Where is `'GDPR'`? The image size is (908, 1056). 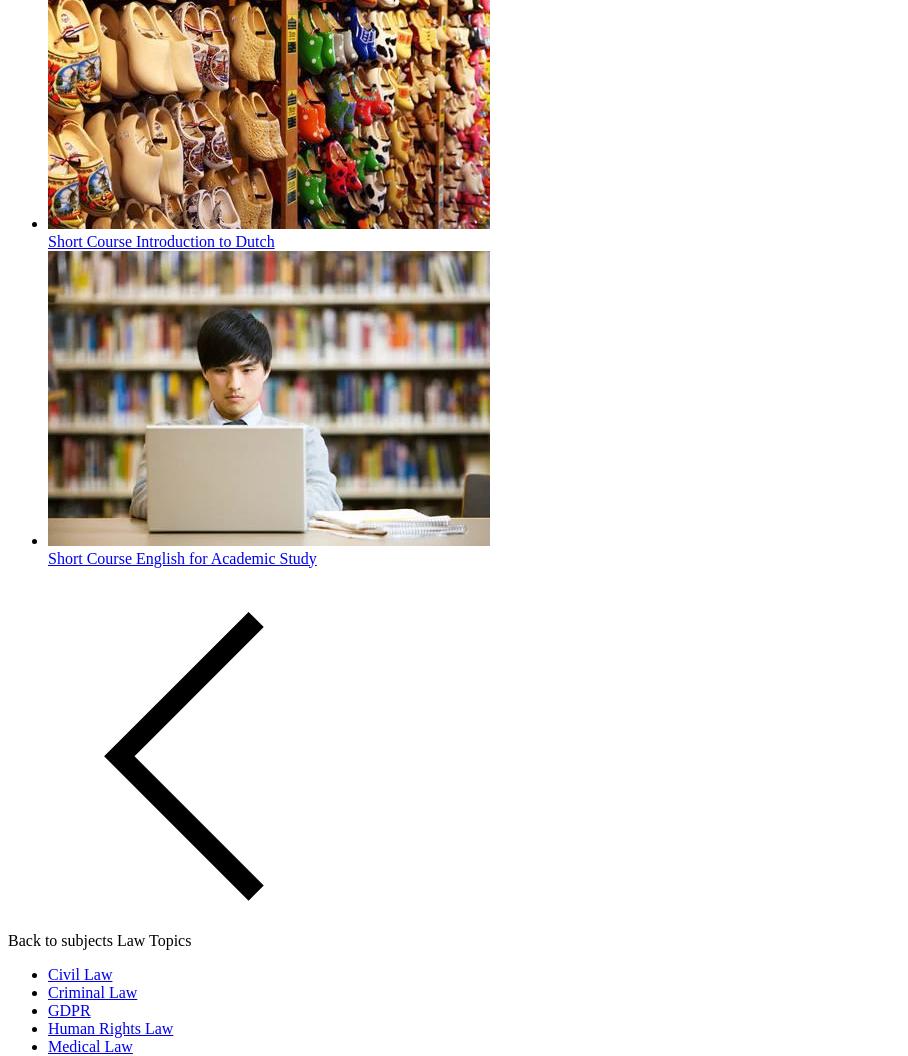
'GDPR' is located at coordinates (48, 1008).